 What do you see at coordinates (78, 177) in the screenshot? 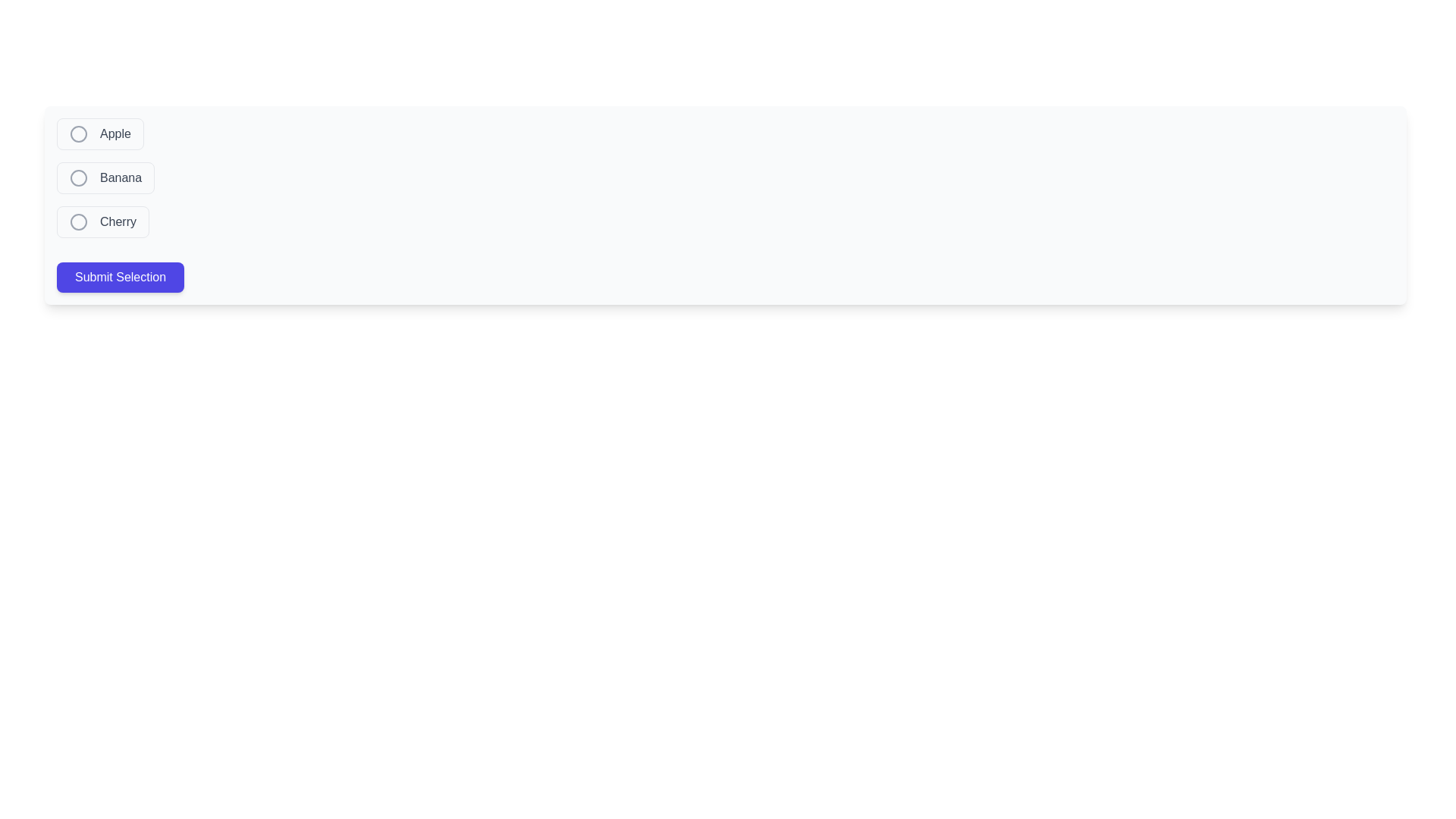
I see `the second radio button labeled 'Banana' using the keyboard to select it` at bounding box center [78, 177].